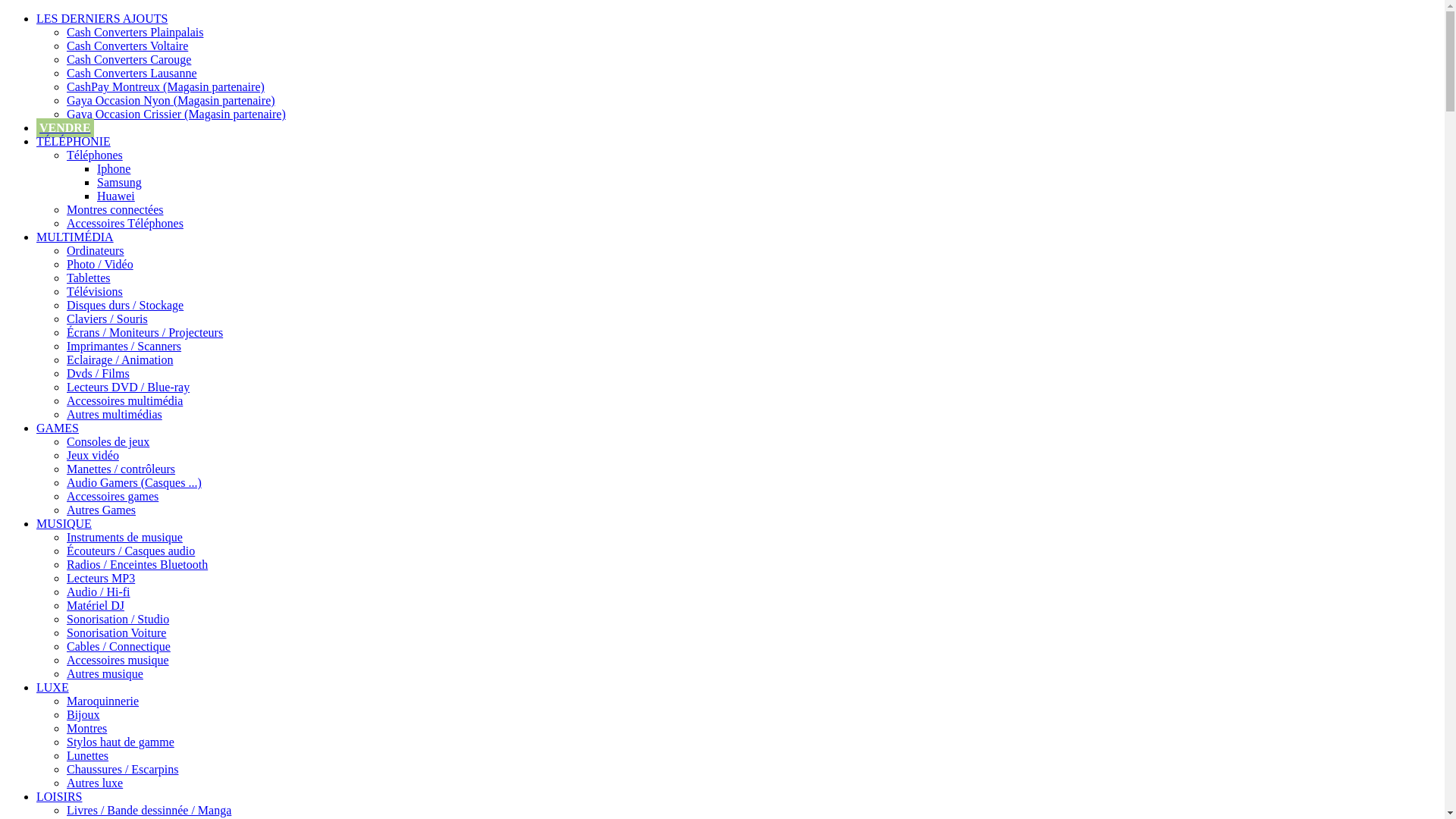  What do you see at coordinates (134, 32) in the screenshot?
I see `'Cash Converters Plainpalais'` at bounding box center [134, 32].